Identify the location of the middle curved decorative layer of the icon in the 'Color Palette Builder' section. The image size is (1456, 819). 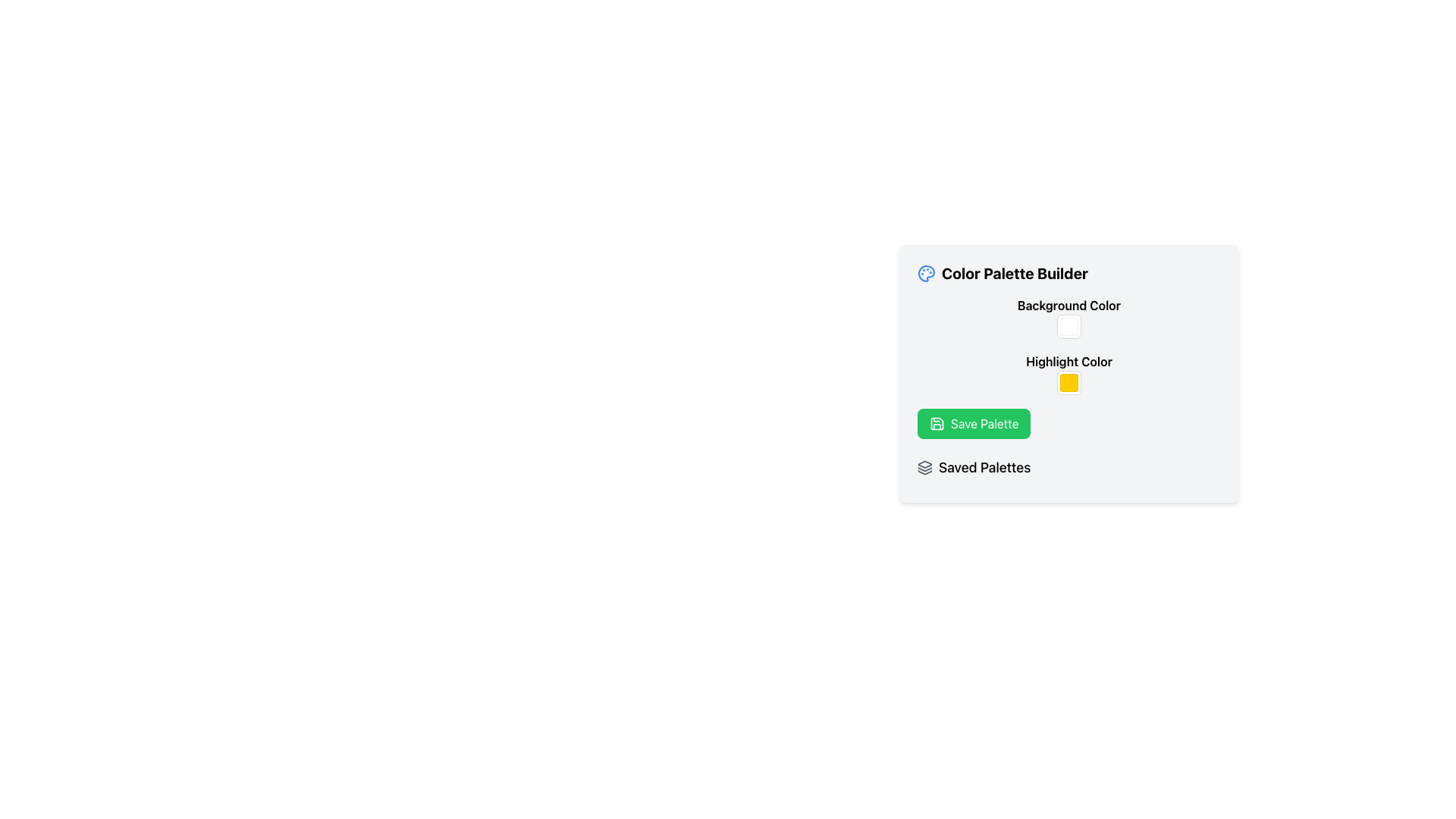
(924, 468).